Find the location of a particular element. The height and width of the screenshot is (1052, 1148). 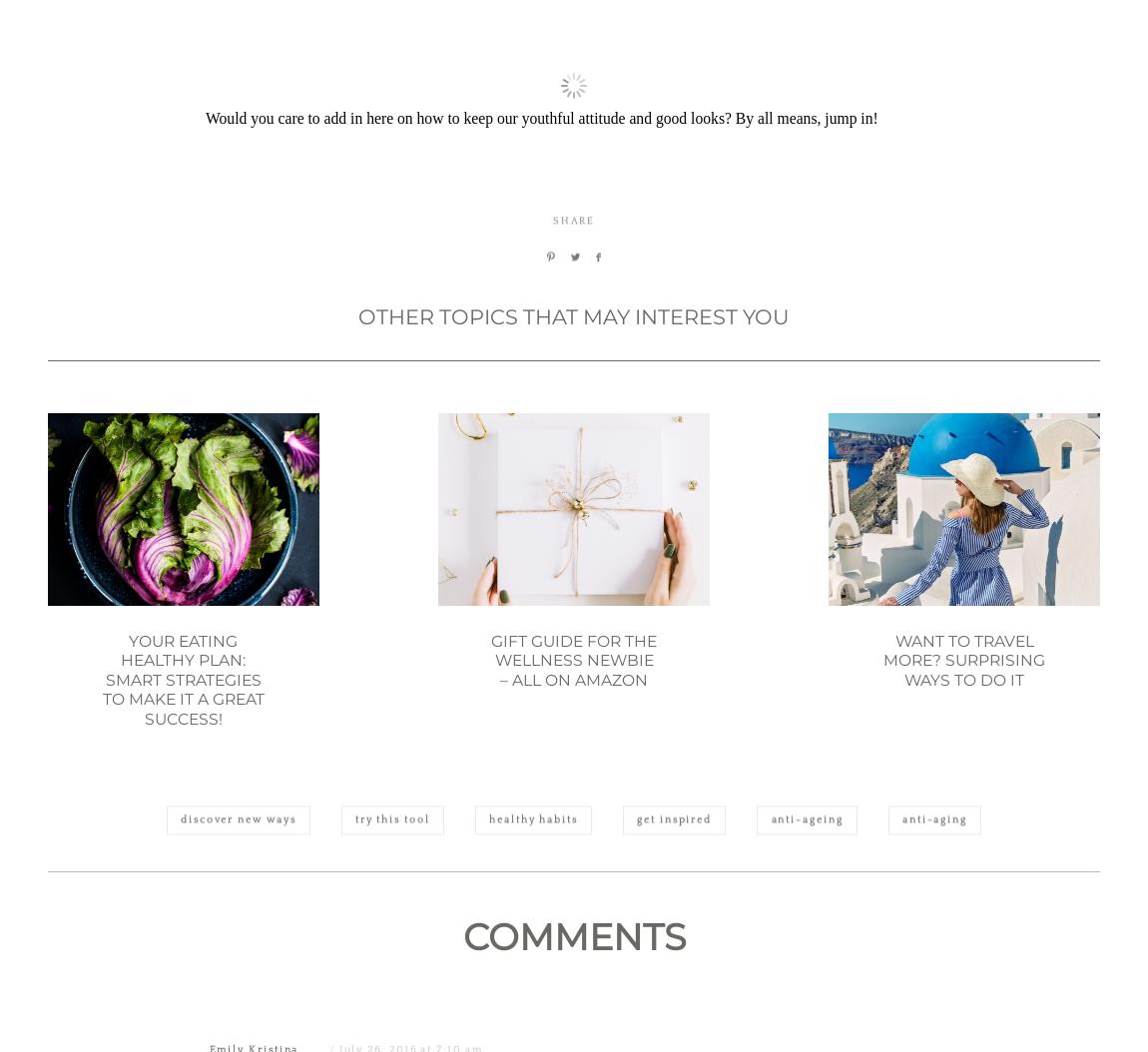

'anti-aging' is located at coordinates (933, 915).